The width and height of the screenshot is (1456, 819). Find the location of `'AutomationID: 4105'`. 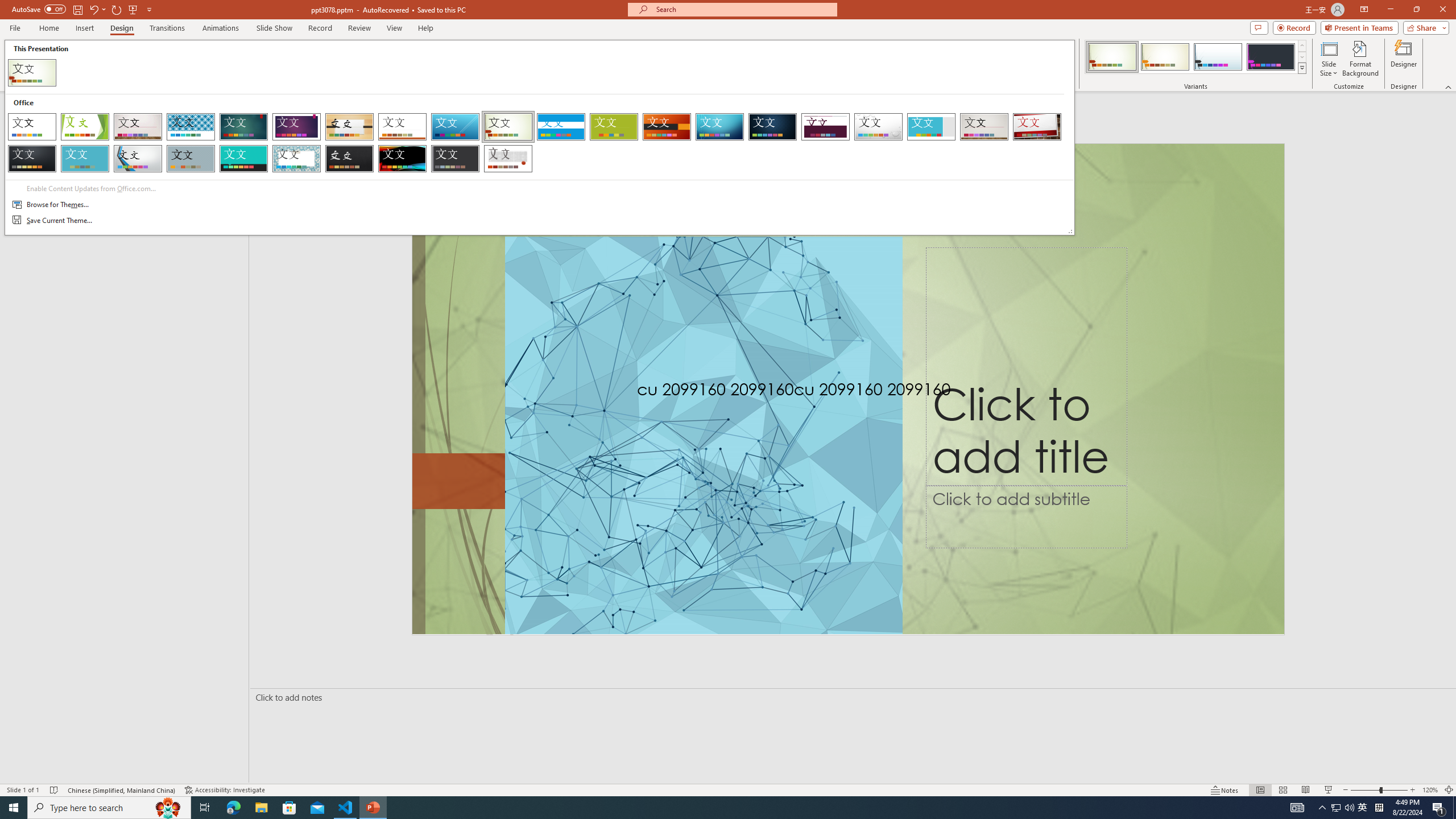

'AutomationID: 4105' is located at coordinates (1296, 806).